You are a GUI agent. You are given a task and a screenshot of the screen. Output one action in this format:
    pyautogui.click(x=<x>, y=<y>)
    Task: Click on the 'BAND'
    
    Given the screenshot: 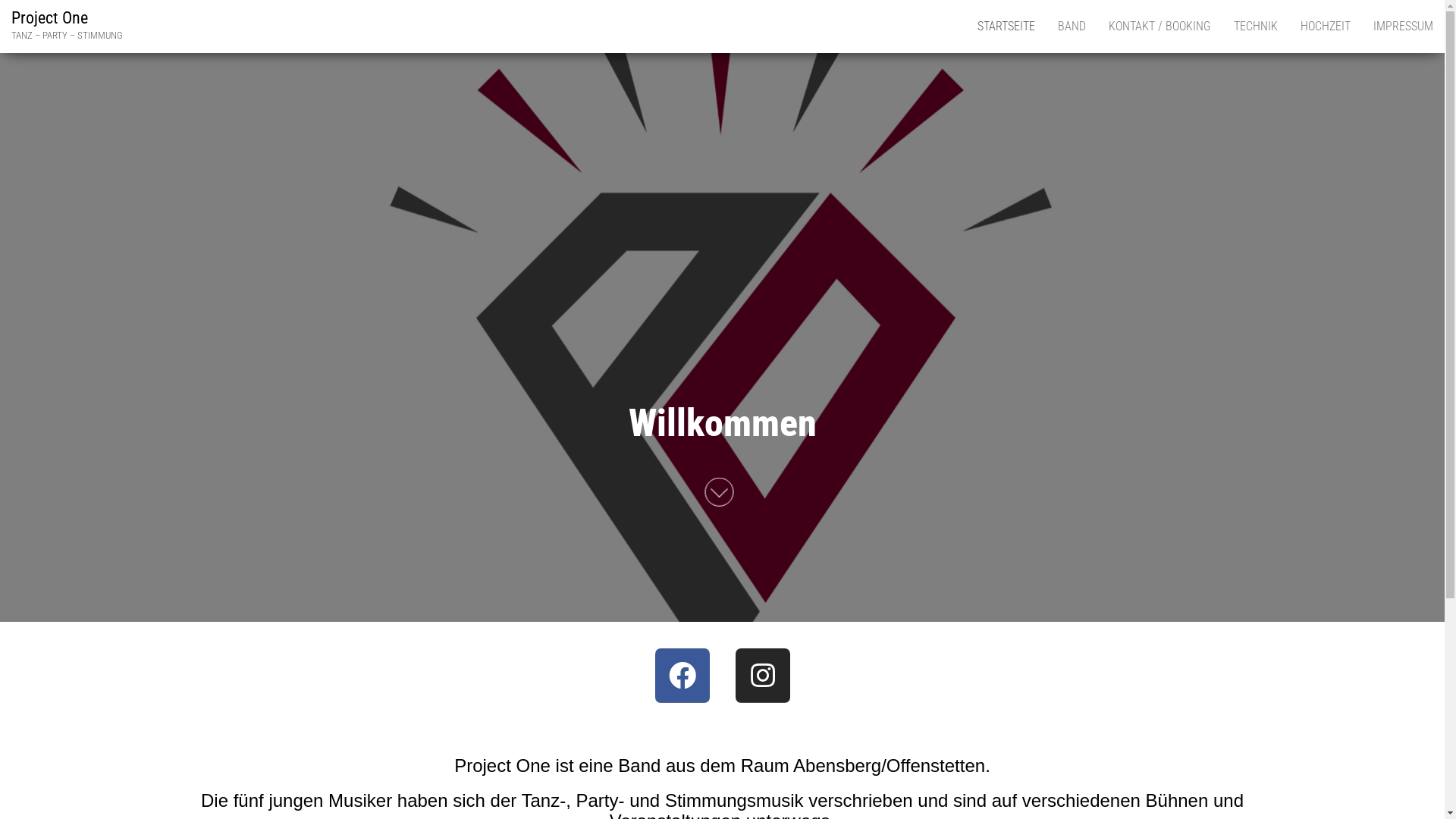 What is the action you would take?
    pyautogui.click(x=1071, y=26)
    